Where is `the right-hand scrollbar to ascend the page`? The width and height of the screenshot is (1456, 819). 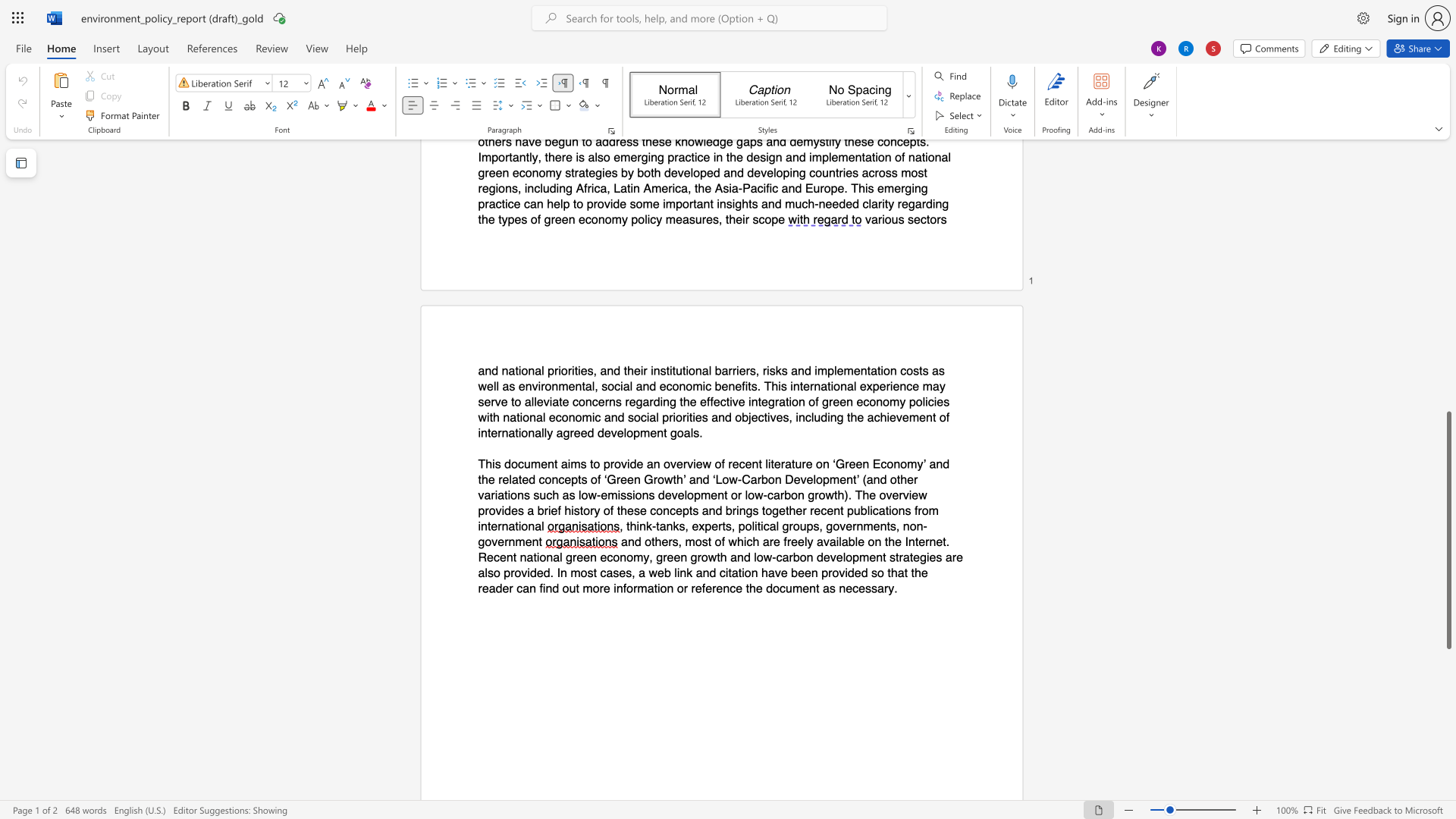 the right-hand scrollbar to ascend the page is located at coordinates (1448, 394).